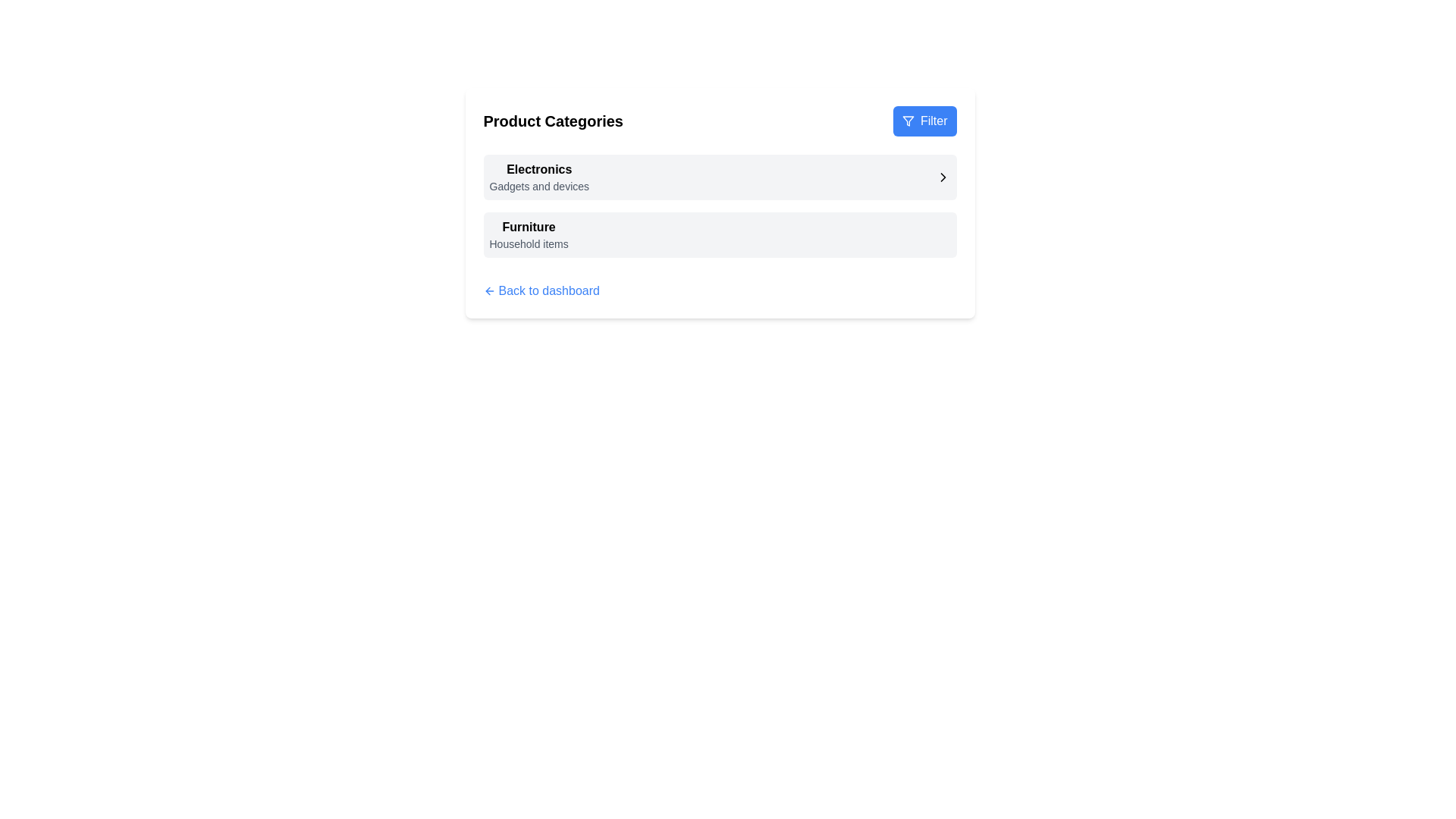 The width and height of the screenshot is (1456, 819). What do you see at coordinates (942, 177) in the screenshot?
I see `the rightward navigation chevron icon located to the right of the 'Electronics' category text` at bounding box center [942, 177].